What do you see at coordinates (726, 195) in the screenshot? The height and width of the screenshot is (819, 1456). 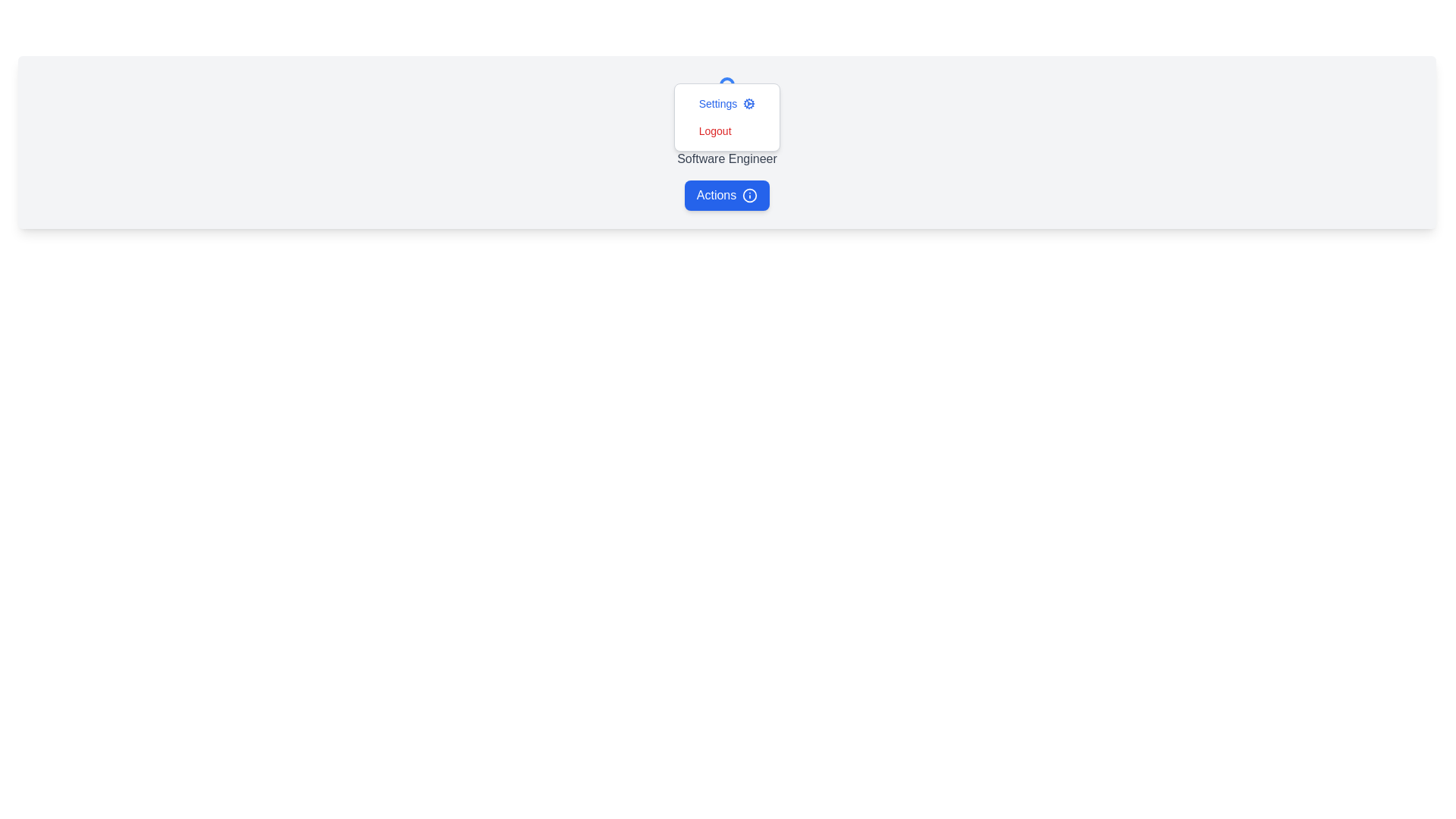 I see `the button located at the bottom of the card layout, below the 'Software Engineer' text` at bounding box center [726, 195].